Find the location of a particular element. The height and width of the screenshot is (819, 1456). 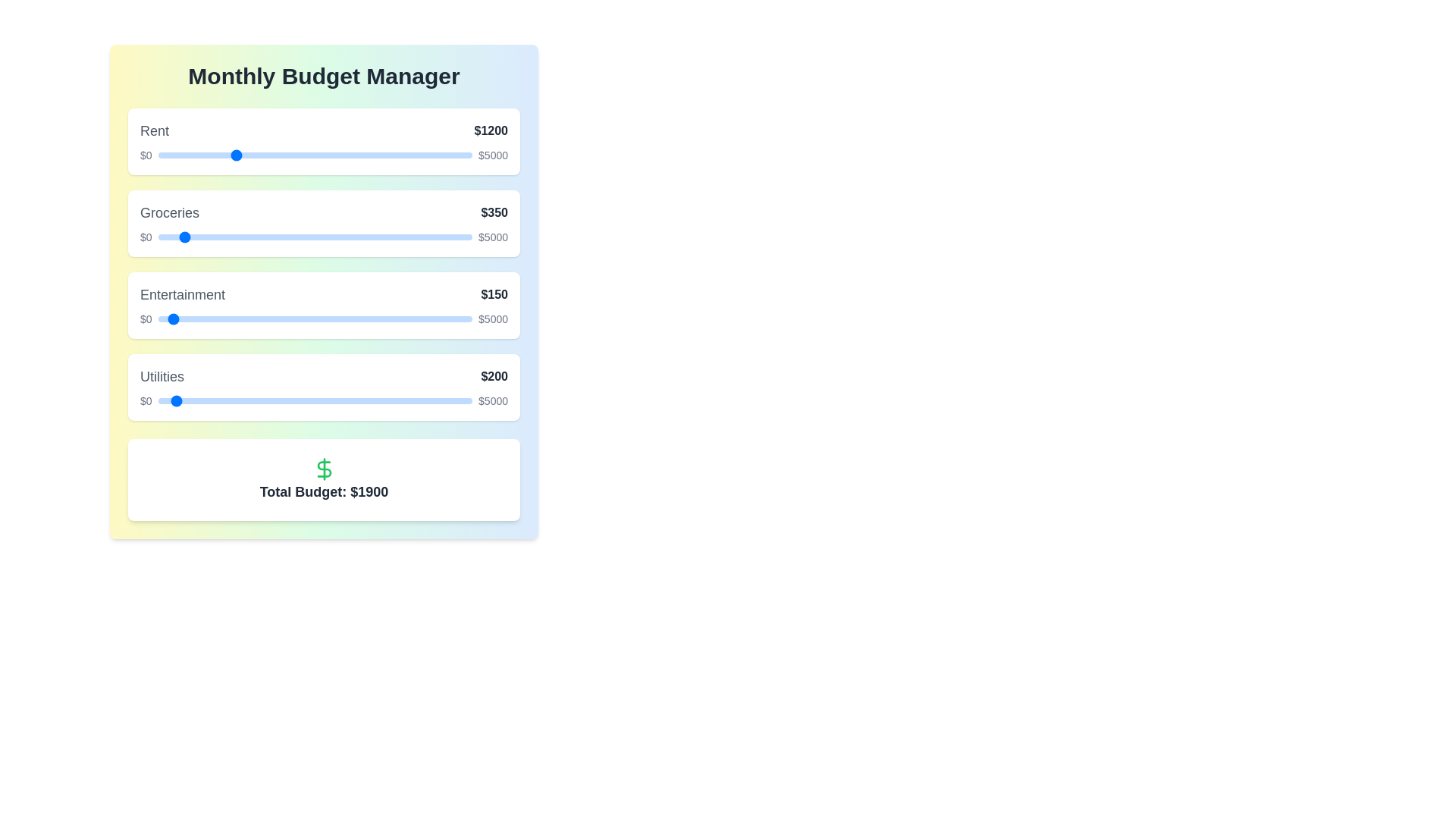

the groceries budget slider is located at coordinates (334, 237).